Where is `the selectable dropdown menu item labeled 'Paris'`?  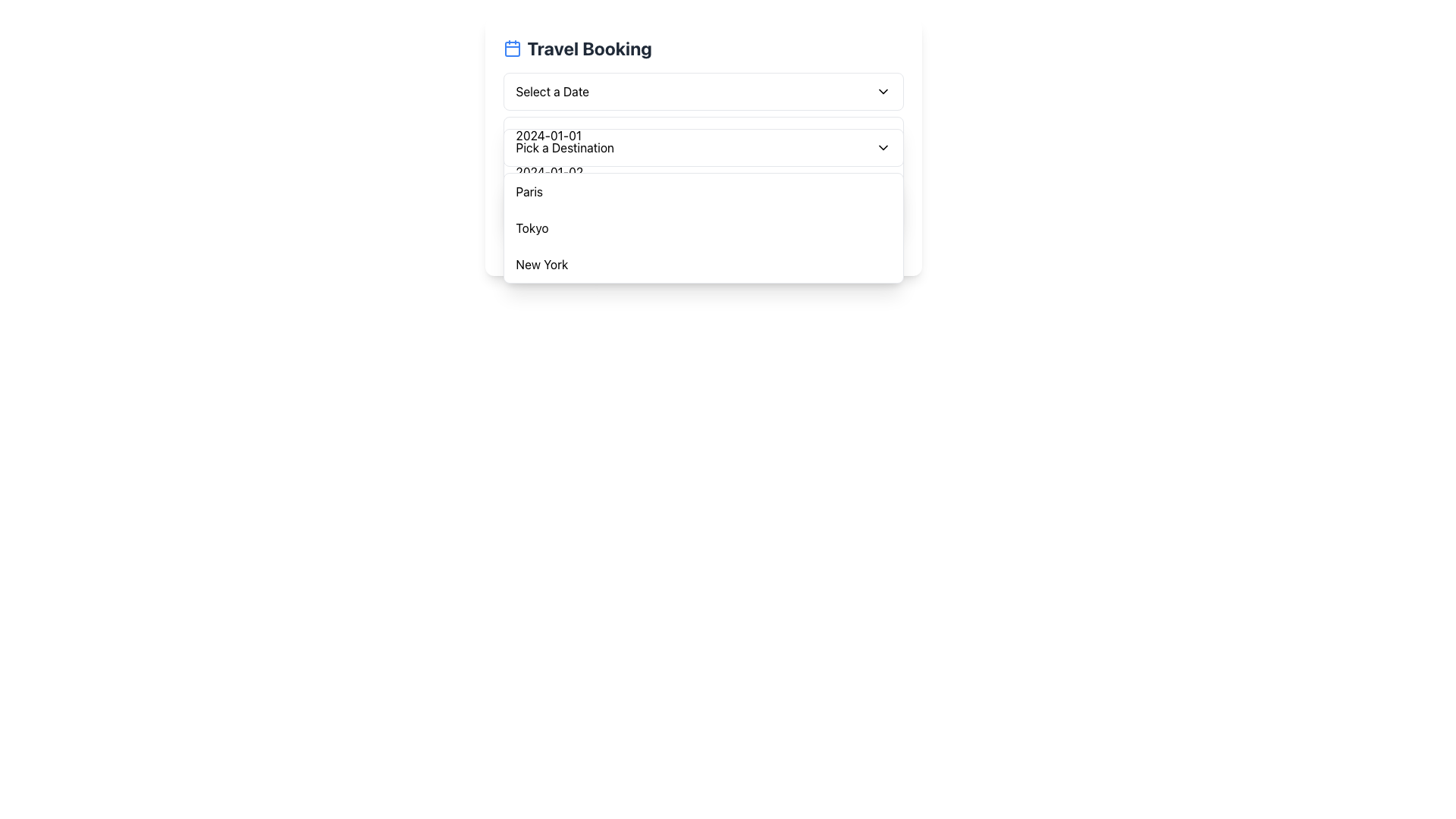 the selectable dropdown menu item labeled 'Paris' is located at coordinates (702, 191).